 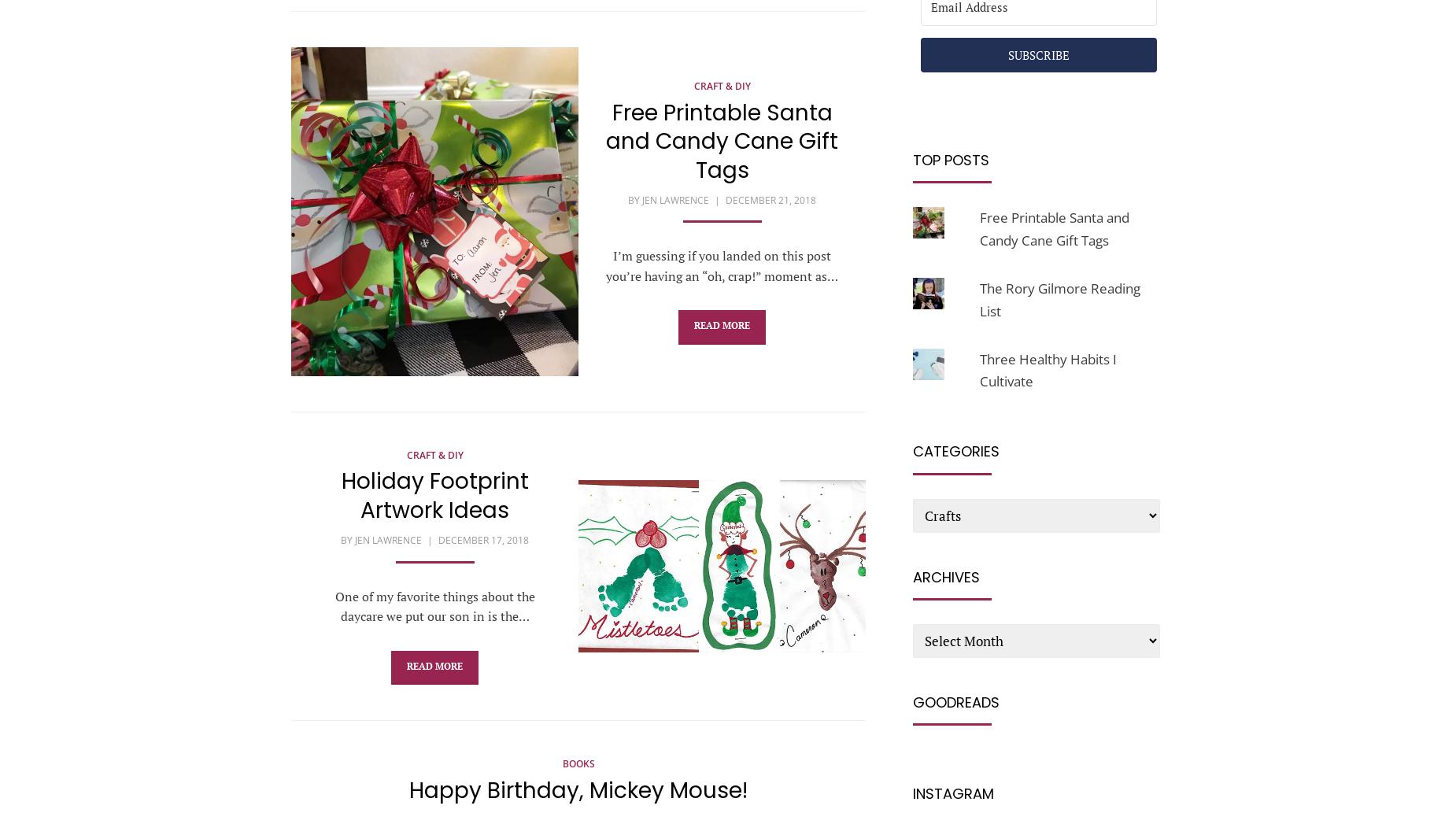 I want to click on 'Archives', so click(x=911, y=576).